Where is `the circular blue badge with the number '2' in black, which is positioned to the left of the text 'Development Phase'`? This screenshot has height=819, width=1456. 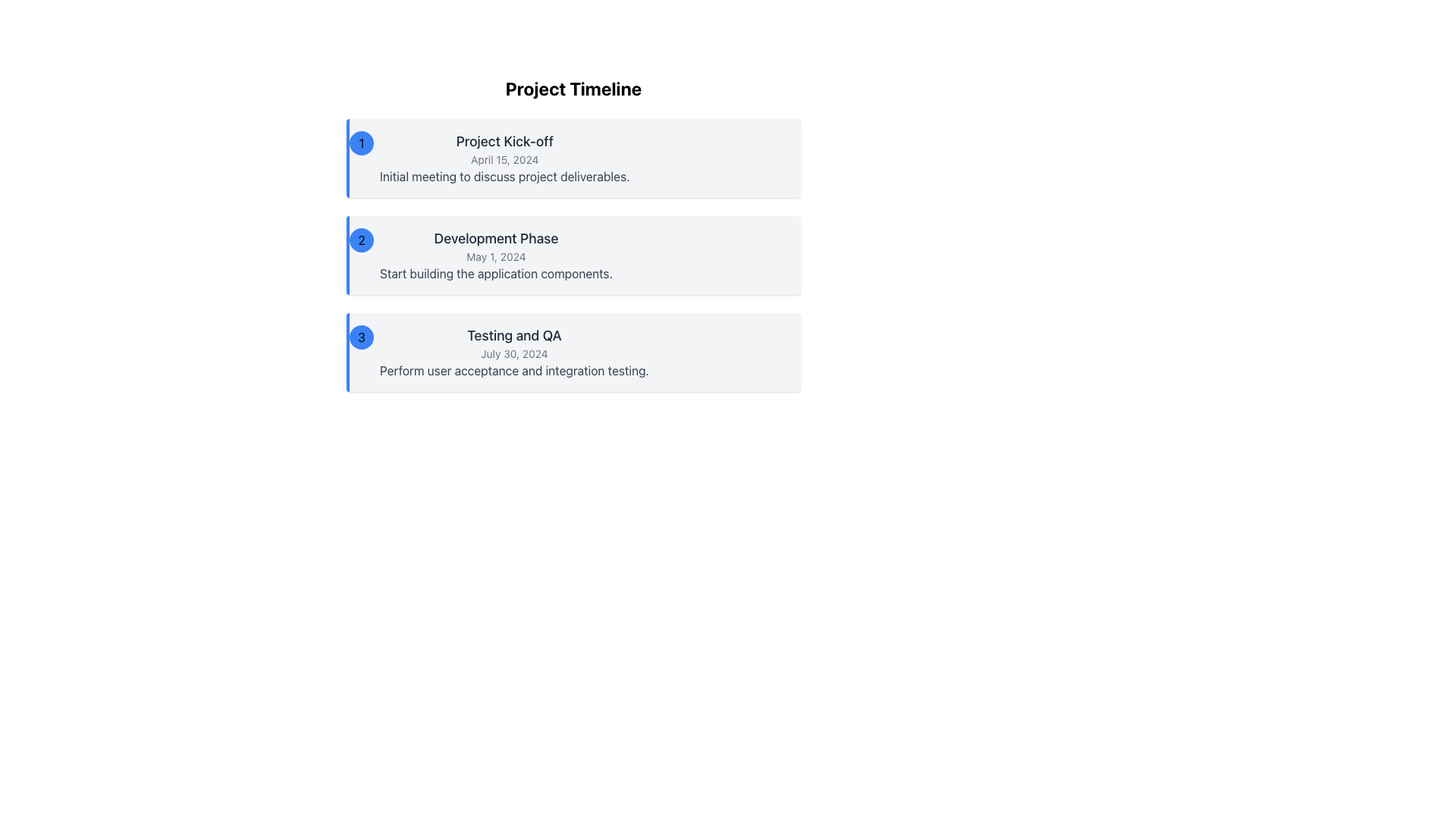 the circular blue badge with the number '2' in black, which is positioned to the left of the text 'Development Phase' is located at coordinates (360, 239).